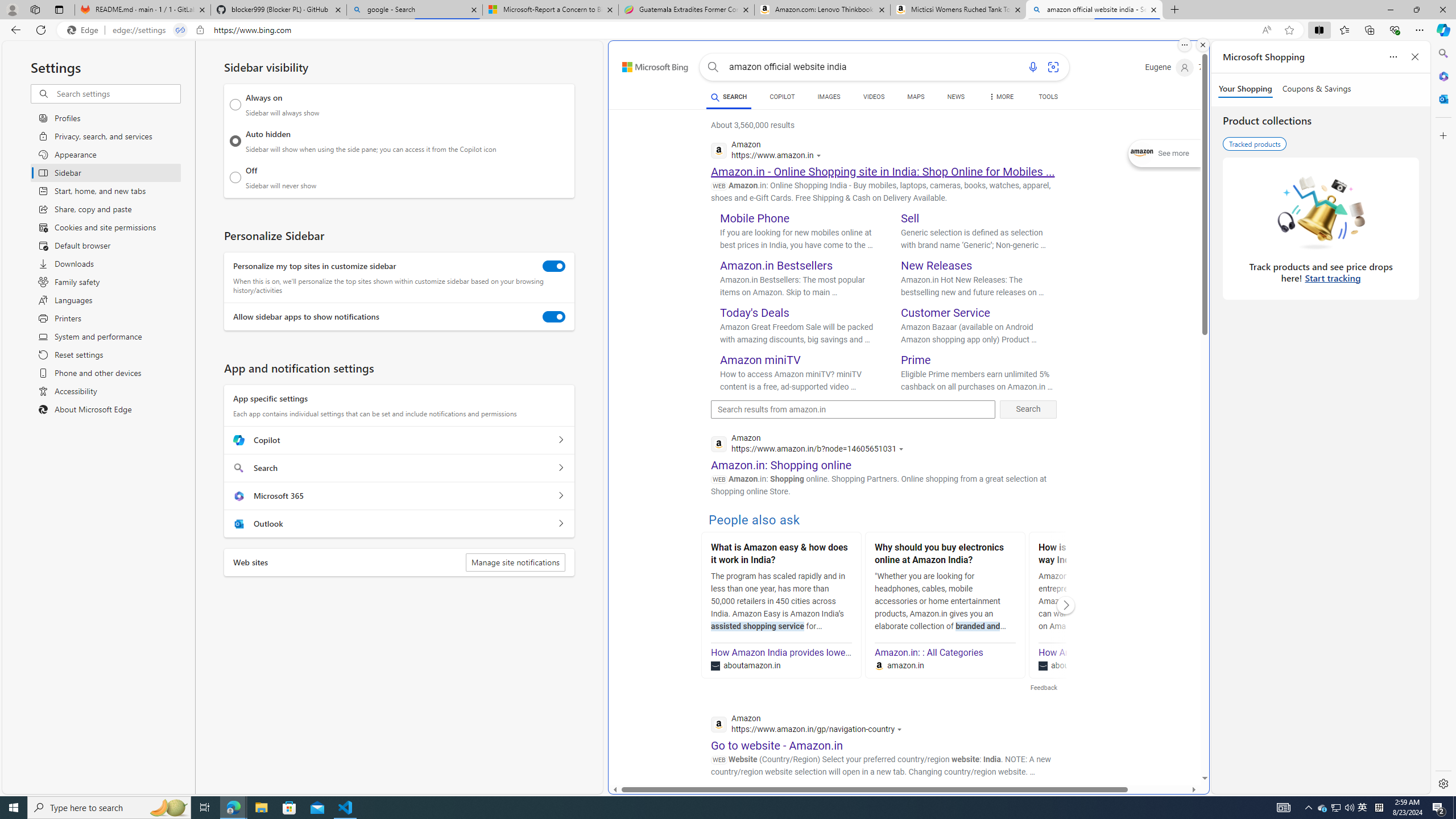 Image resolution: width=1456 pixels, height=819 pixels. What do you see at coordinates (84, 30) in the screenshot?
I see `'Edge'` at bounding box center [84, 30].